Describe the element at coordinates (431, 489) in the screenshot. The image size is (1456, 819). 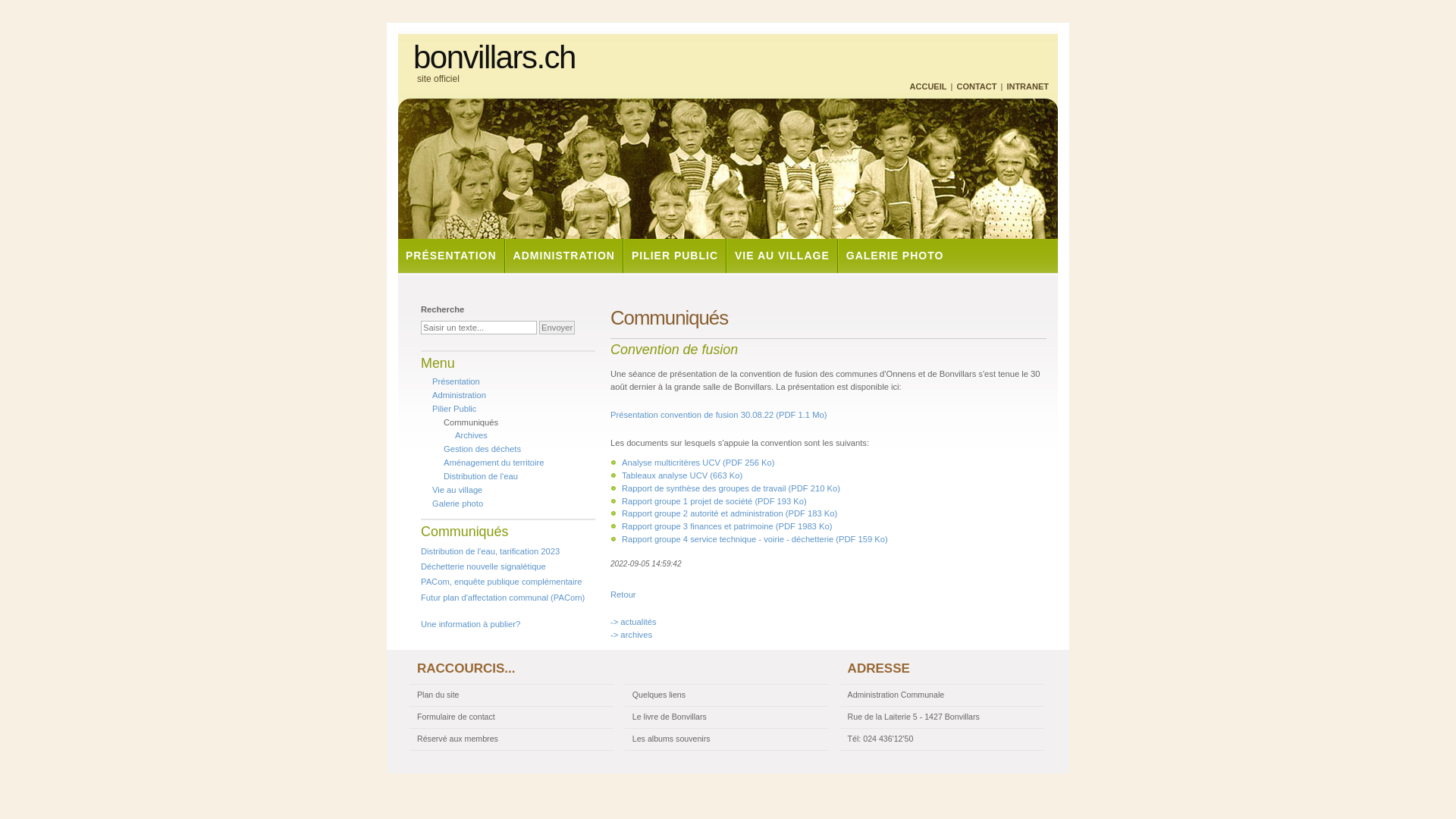
I see `'Vie au village'` at that location.